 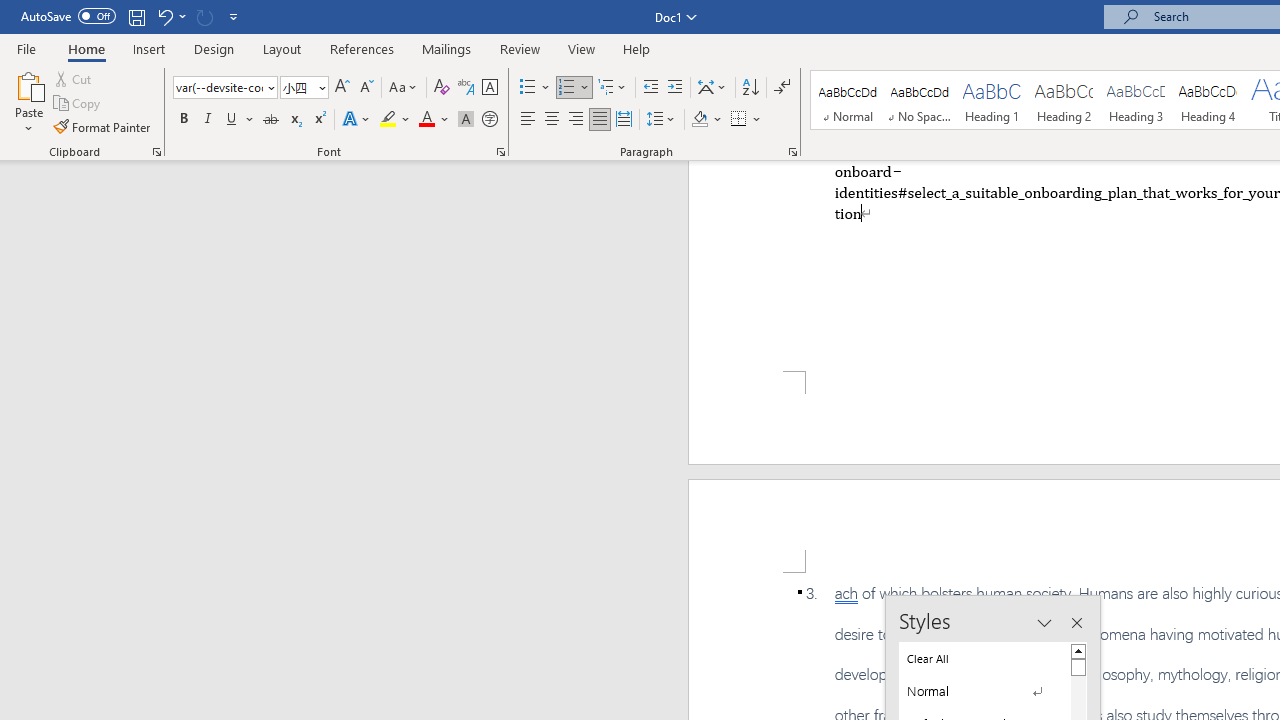 What do you see at coordinates (791, 150) in the screenshot?
I see `'Paragraph...'` at bounding box center [791, 150].